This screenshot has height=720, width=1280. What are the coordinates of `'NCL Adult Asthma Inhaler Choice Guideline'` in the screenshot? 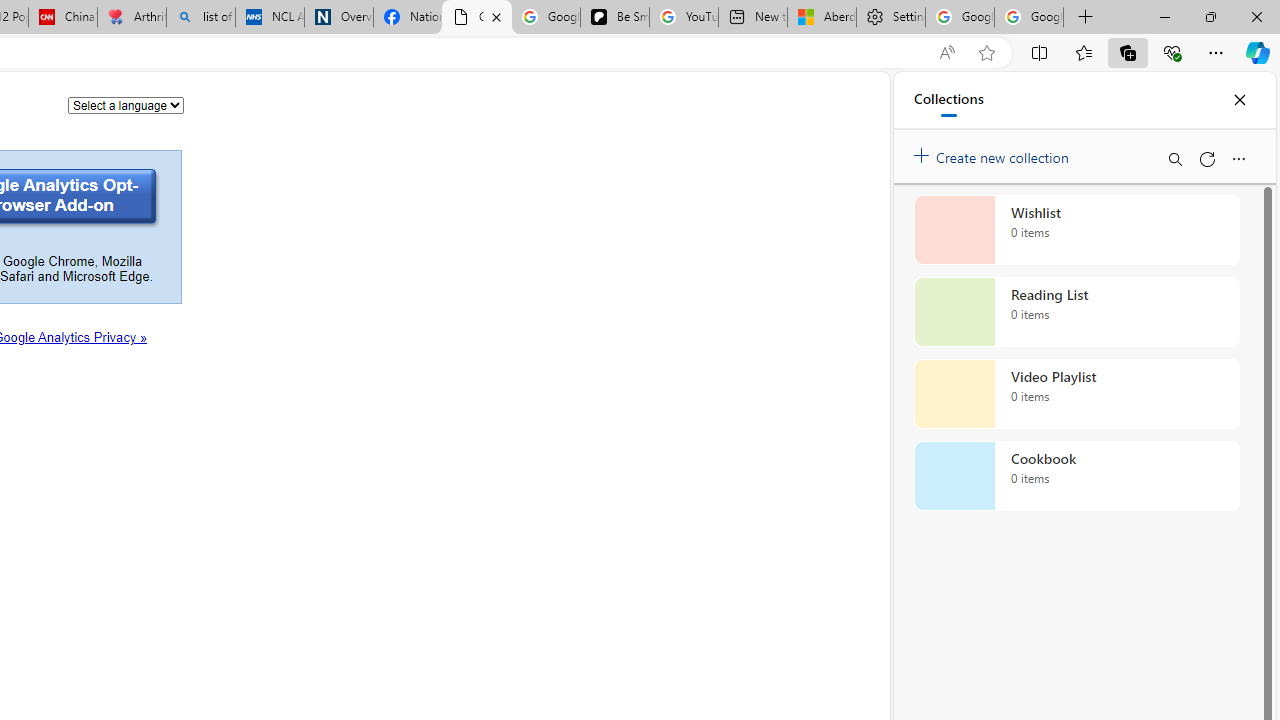 It's located at (269, 17).